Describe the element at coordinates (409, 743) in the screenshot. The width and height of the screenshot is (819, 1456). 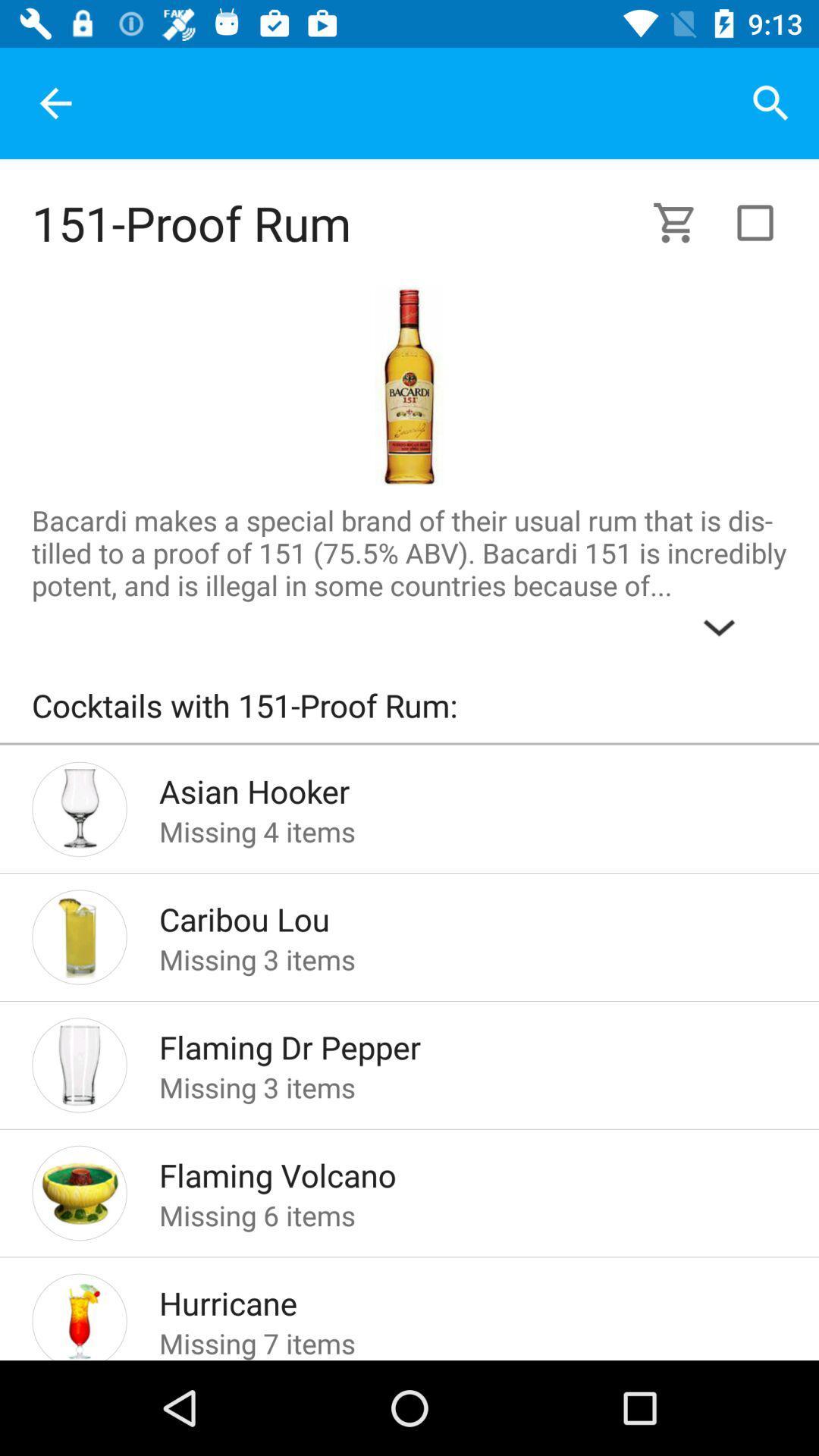
I see `item below the cocktails with 151 item` at that location.